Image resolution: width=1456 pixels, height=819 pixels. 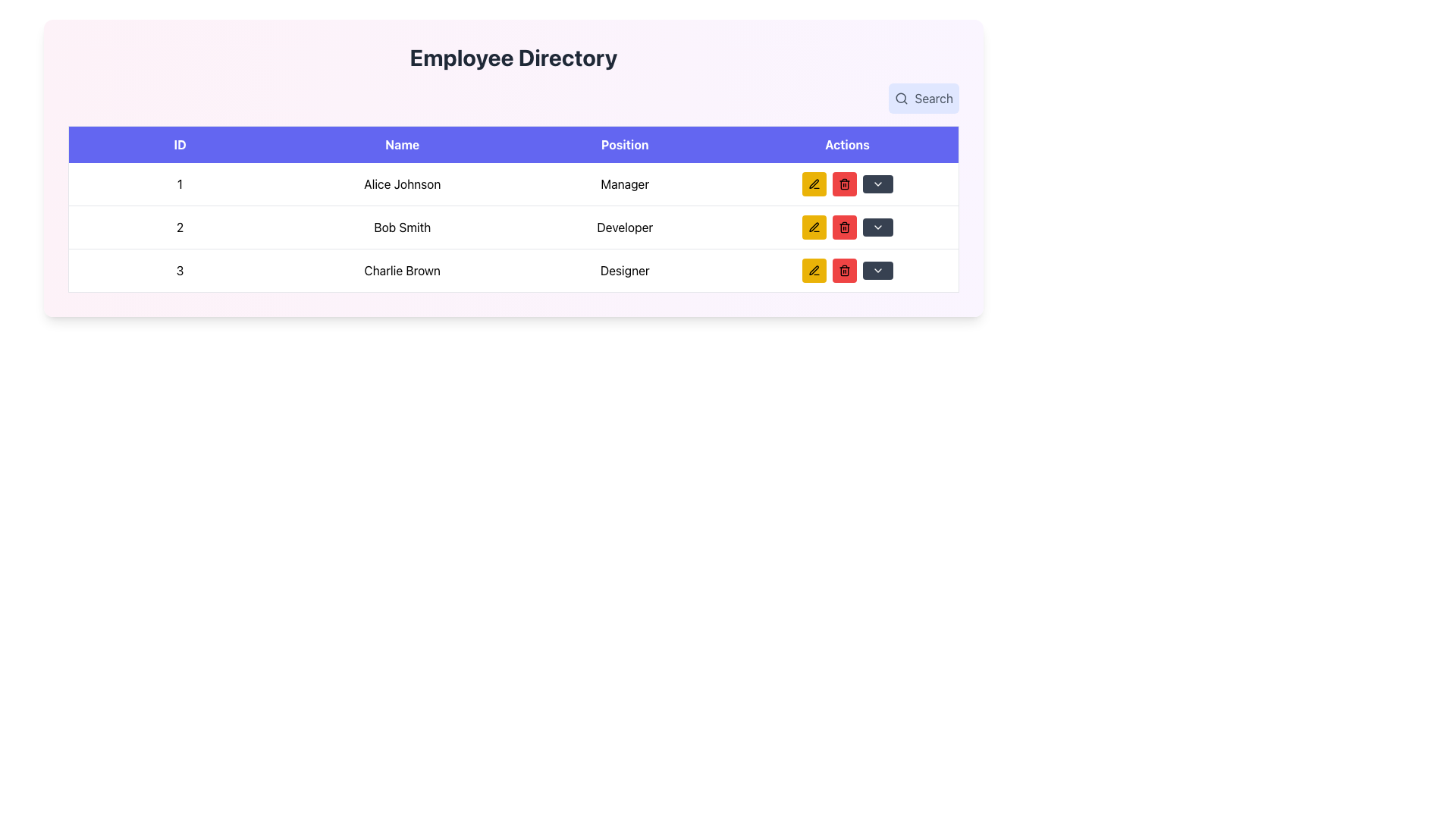 What do you see at coordinates (901, 98) in the screenshot?
I see `the SVG Circle that is part of the magnifying glass icon located in the top-right corner of the interface, next to the 'Search' button` at bounding box center [901, 98].